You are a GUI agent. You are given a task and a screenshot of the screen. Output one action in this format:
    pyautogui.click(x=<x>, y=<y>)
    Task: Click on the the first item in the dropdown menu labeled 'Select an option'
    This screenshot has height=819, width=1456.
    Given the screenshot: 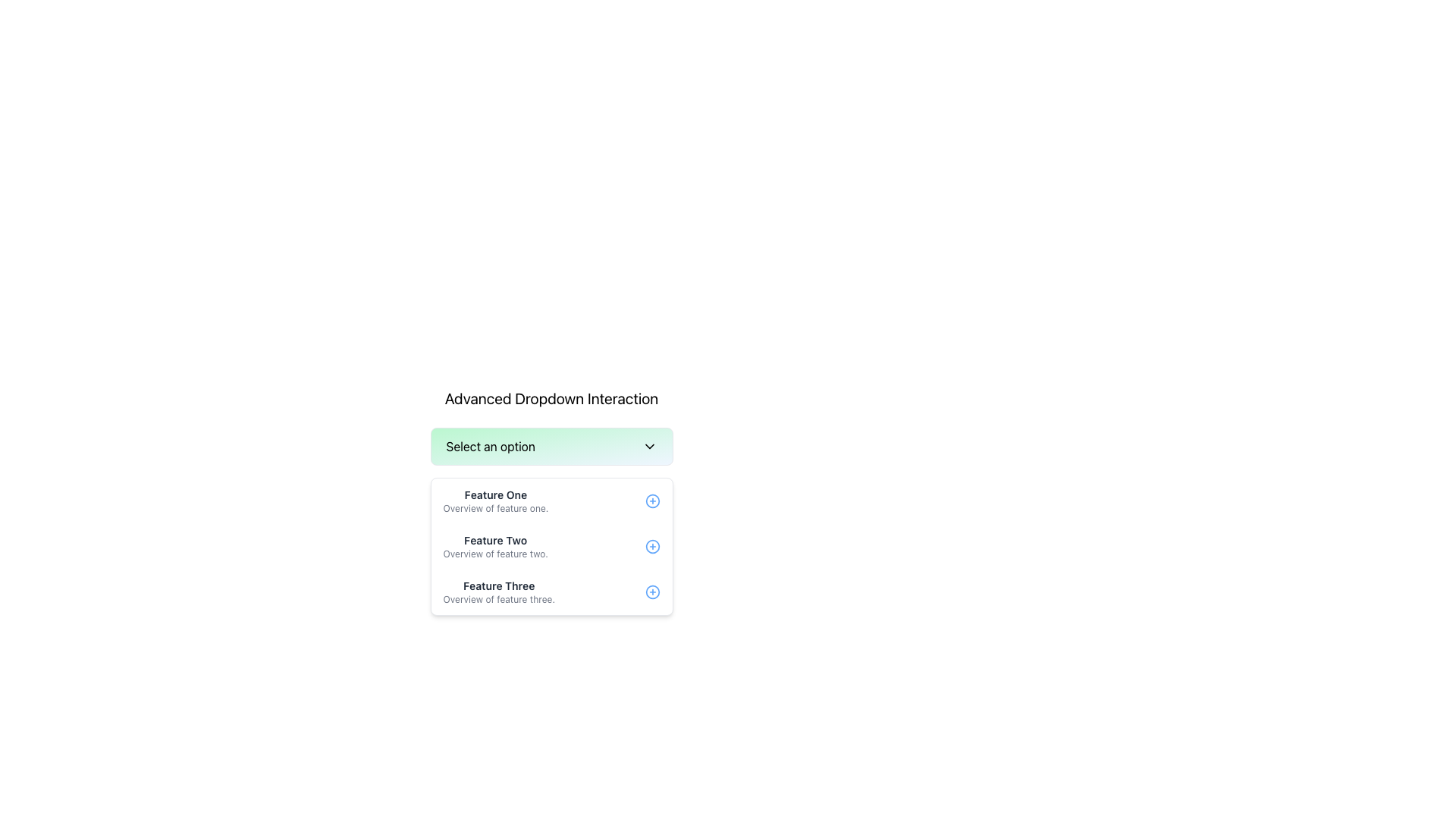 What is the action you would take?
    pyautogui.click(x=495, y=500)
    